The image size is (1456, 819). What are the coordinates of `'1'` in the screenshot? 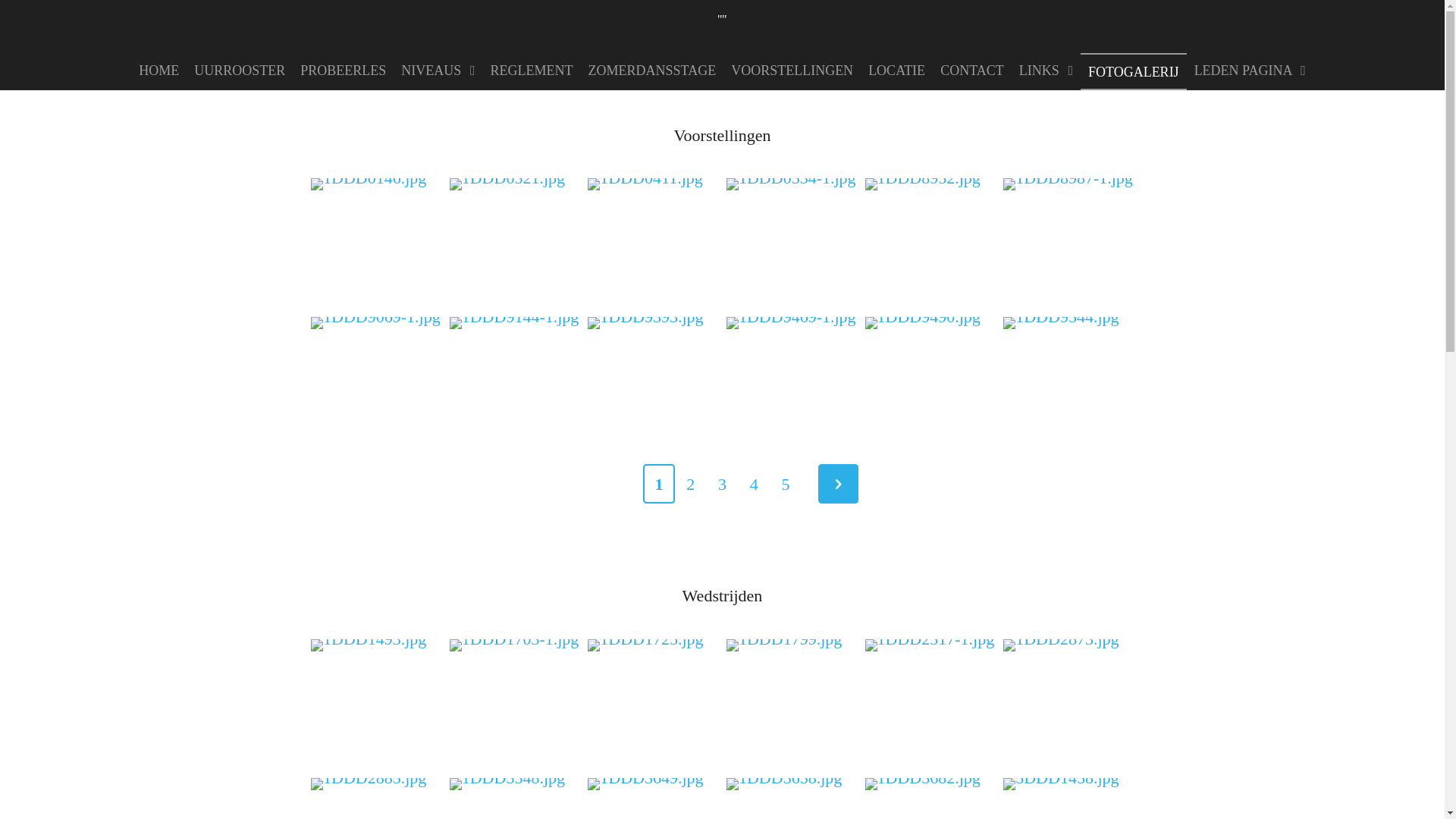 It's located at (658, 484).